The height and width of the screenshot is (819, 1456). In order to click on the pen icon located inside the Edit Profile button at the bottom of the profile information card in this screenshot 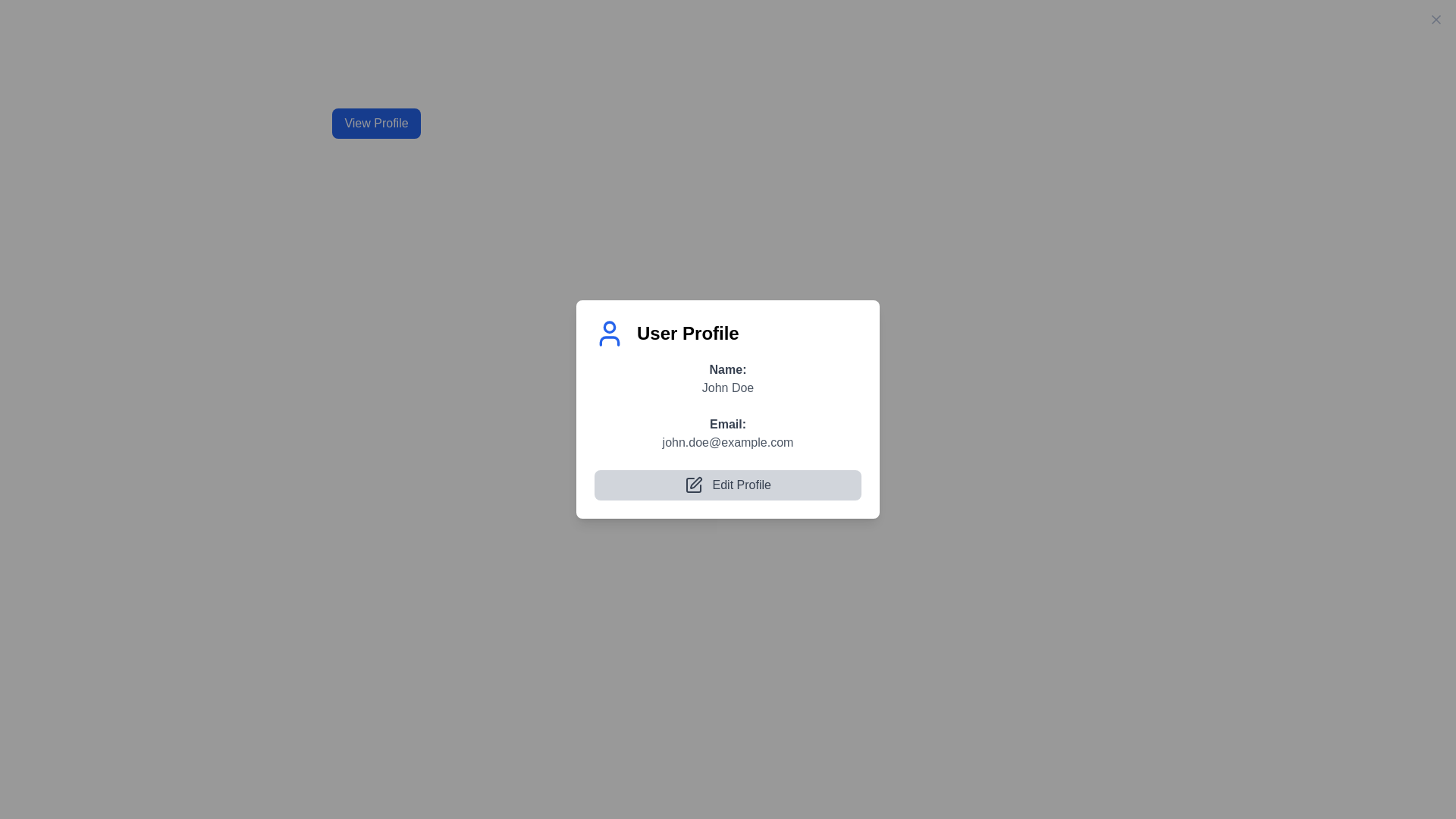, I will do `click(695, 483)`.